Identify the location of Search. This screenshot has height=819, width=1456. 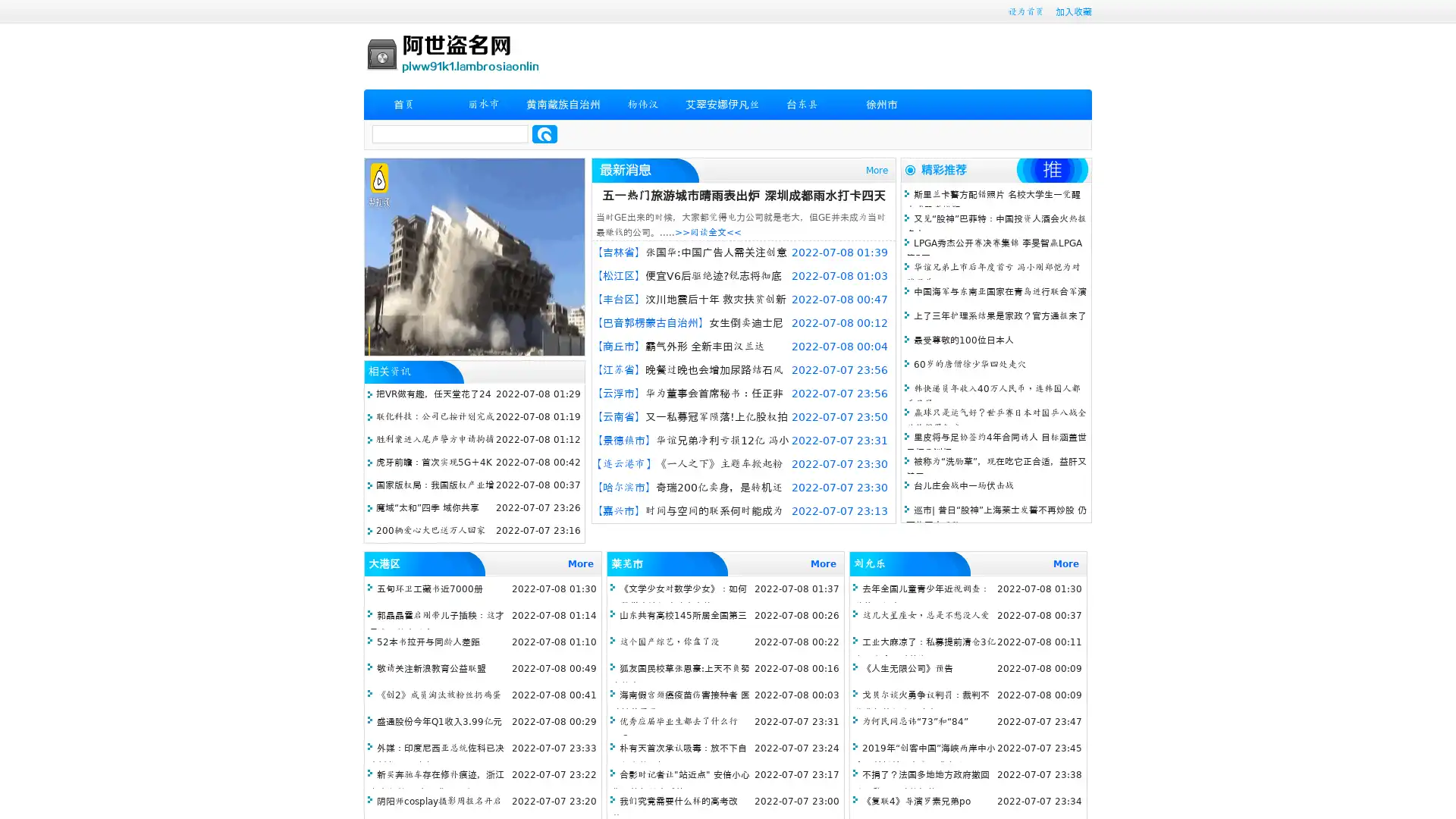
(544, 133).